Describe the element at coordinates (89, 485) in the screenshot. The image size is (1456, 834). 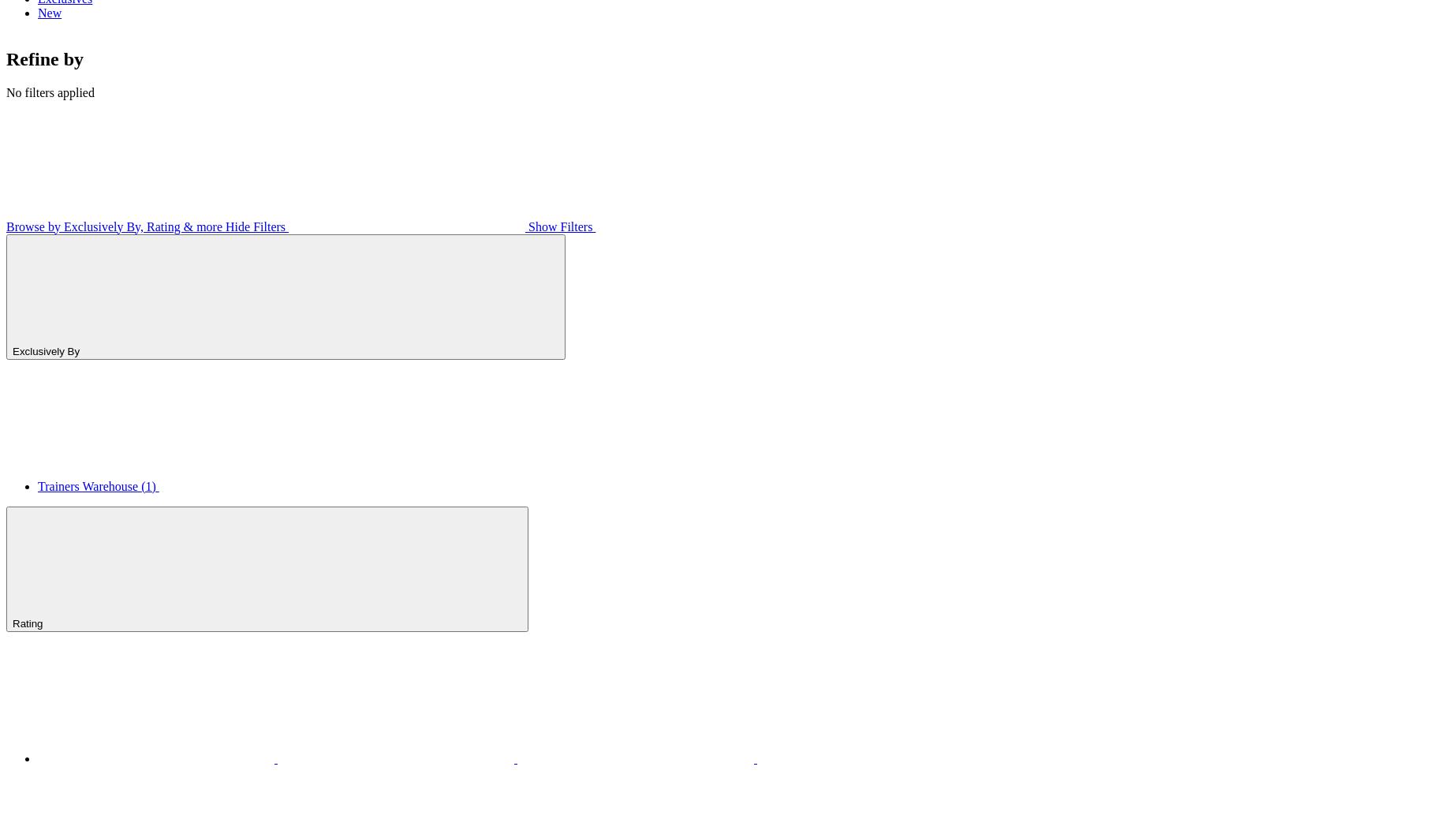
I see `'Trainers Warehouse'` at that location.